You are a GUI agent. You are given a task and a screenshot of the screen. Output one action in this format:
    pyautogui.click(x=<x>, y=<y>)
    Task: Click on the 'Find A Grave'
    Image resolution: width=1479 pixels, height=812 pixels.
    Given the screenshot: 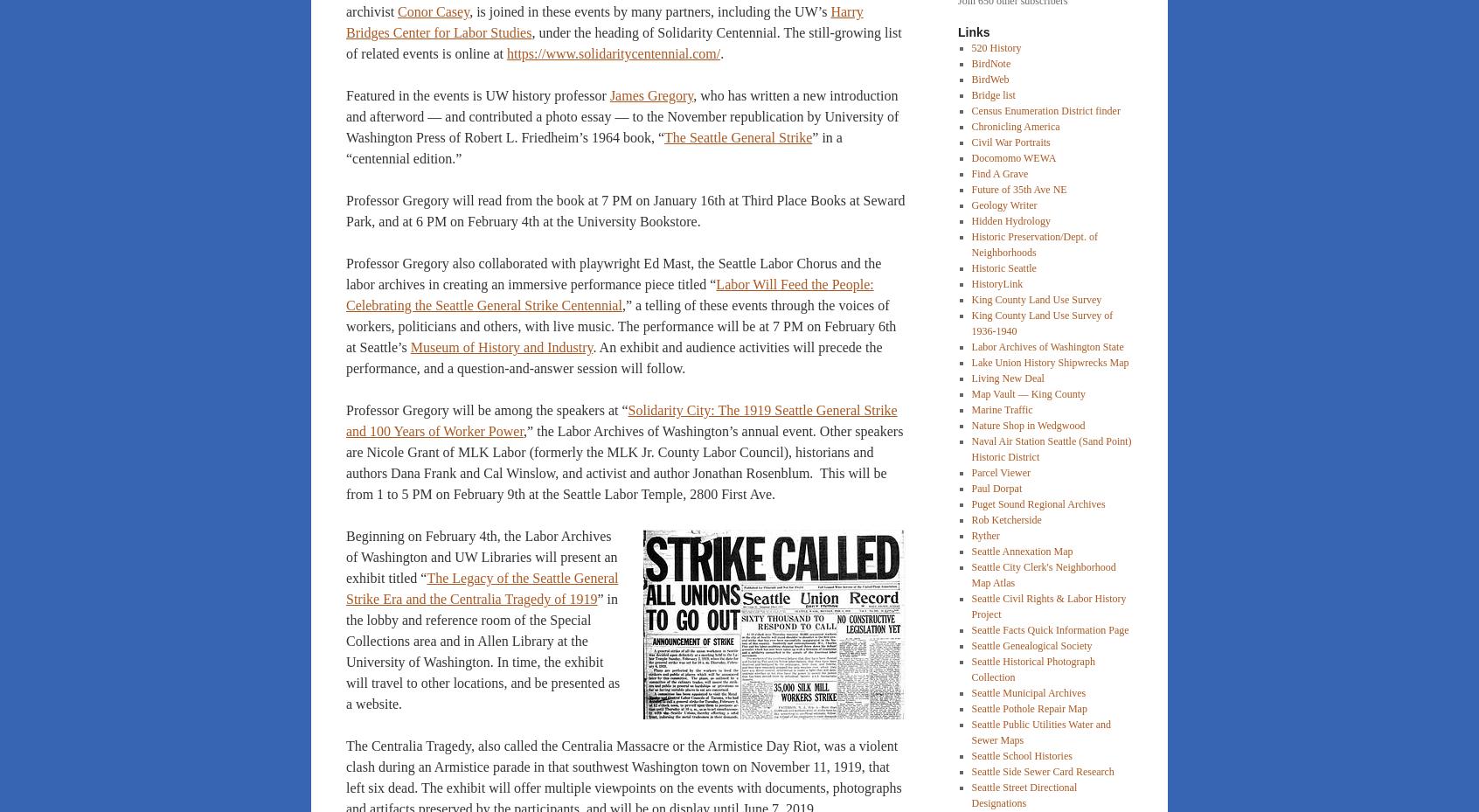 What is the action you would take?
    pyautogui.click(x=998, y=172)
    